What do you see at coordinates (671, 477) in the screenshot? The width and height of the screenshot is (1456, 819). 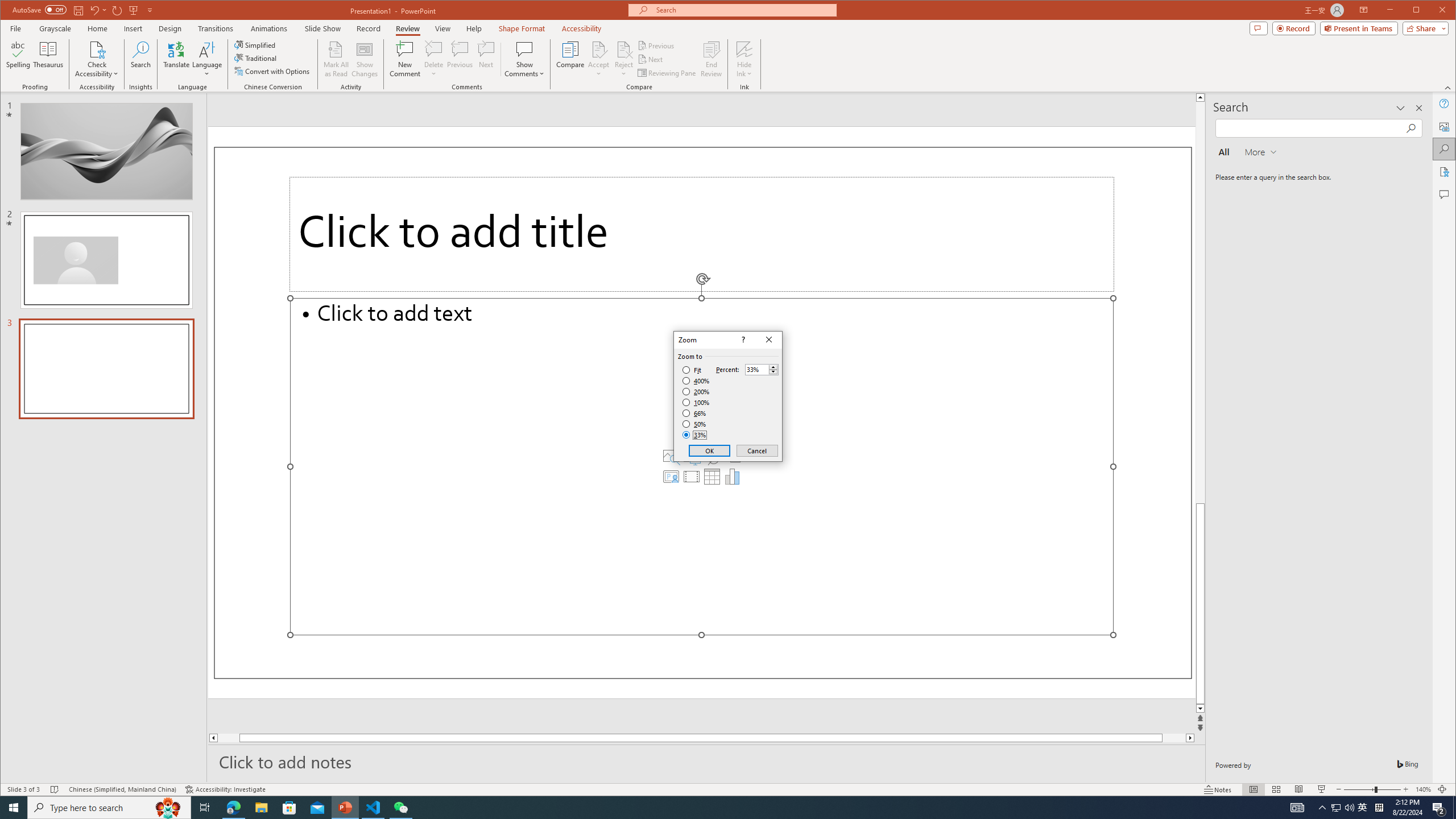 I see `'Insert Cameo'` at bounding box center [671, 477].